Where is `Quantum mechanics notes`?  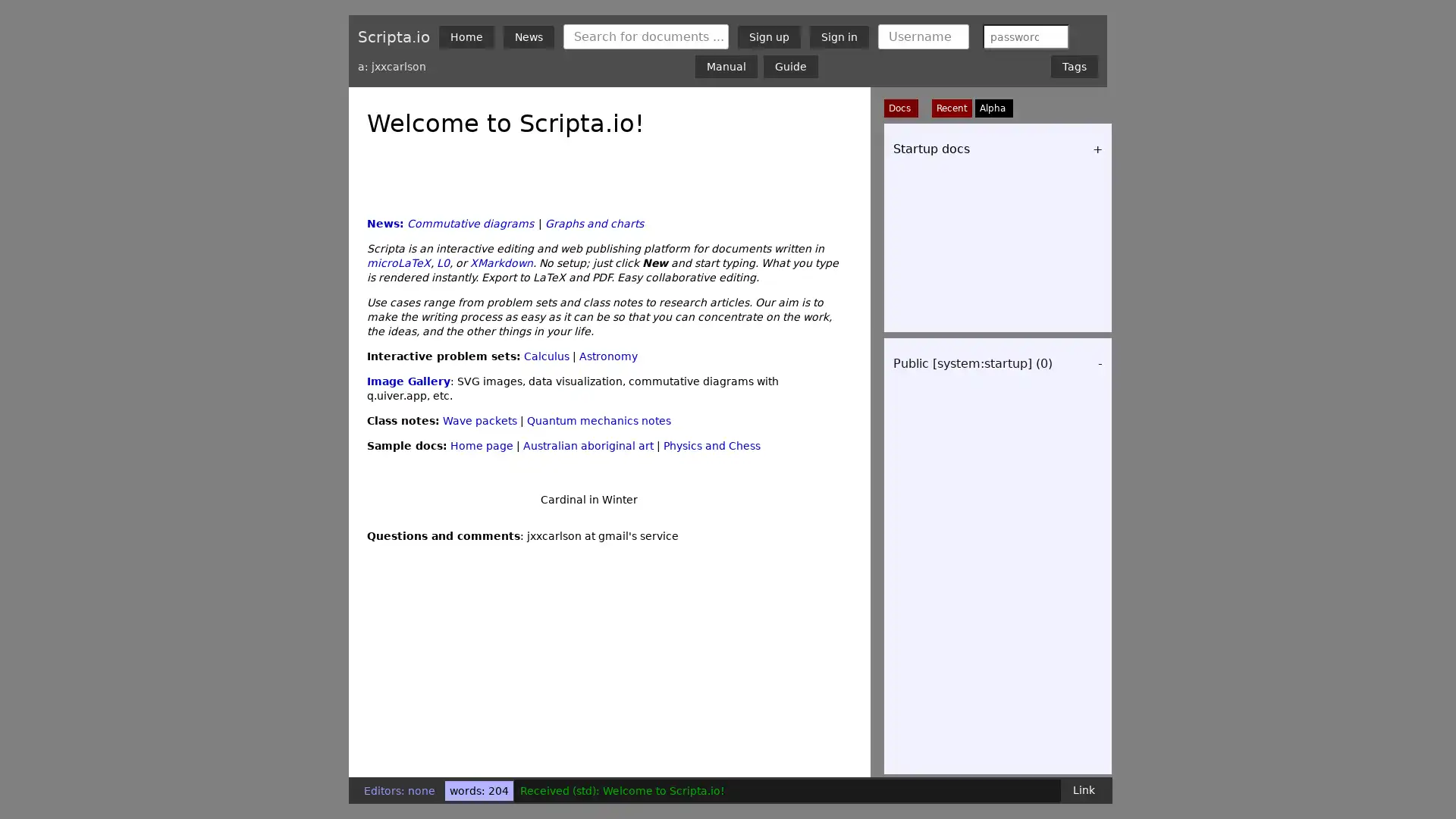 Quantum mechanics notes is located at coordinates (598, 537).